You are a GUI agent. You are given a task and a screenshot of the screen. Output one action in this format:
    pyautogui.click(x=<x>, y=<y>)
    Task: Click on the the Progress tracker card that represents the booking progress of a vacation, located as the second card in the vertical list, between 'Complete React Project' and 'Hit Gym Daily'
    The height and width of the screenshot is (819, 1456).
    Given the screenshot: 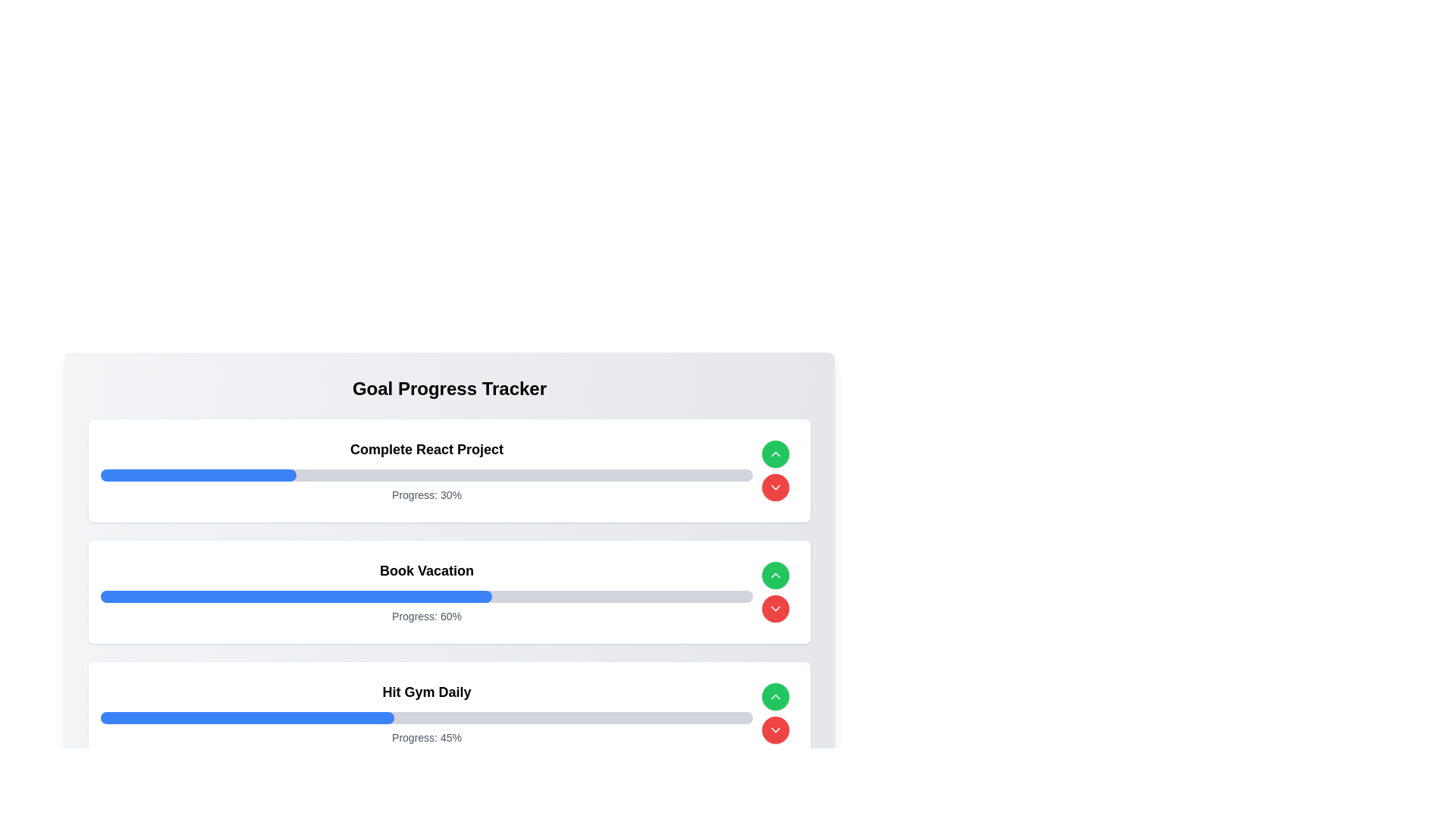 What is the action you would take?
    pyautogui.click(x=425, y=591)
    